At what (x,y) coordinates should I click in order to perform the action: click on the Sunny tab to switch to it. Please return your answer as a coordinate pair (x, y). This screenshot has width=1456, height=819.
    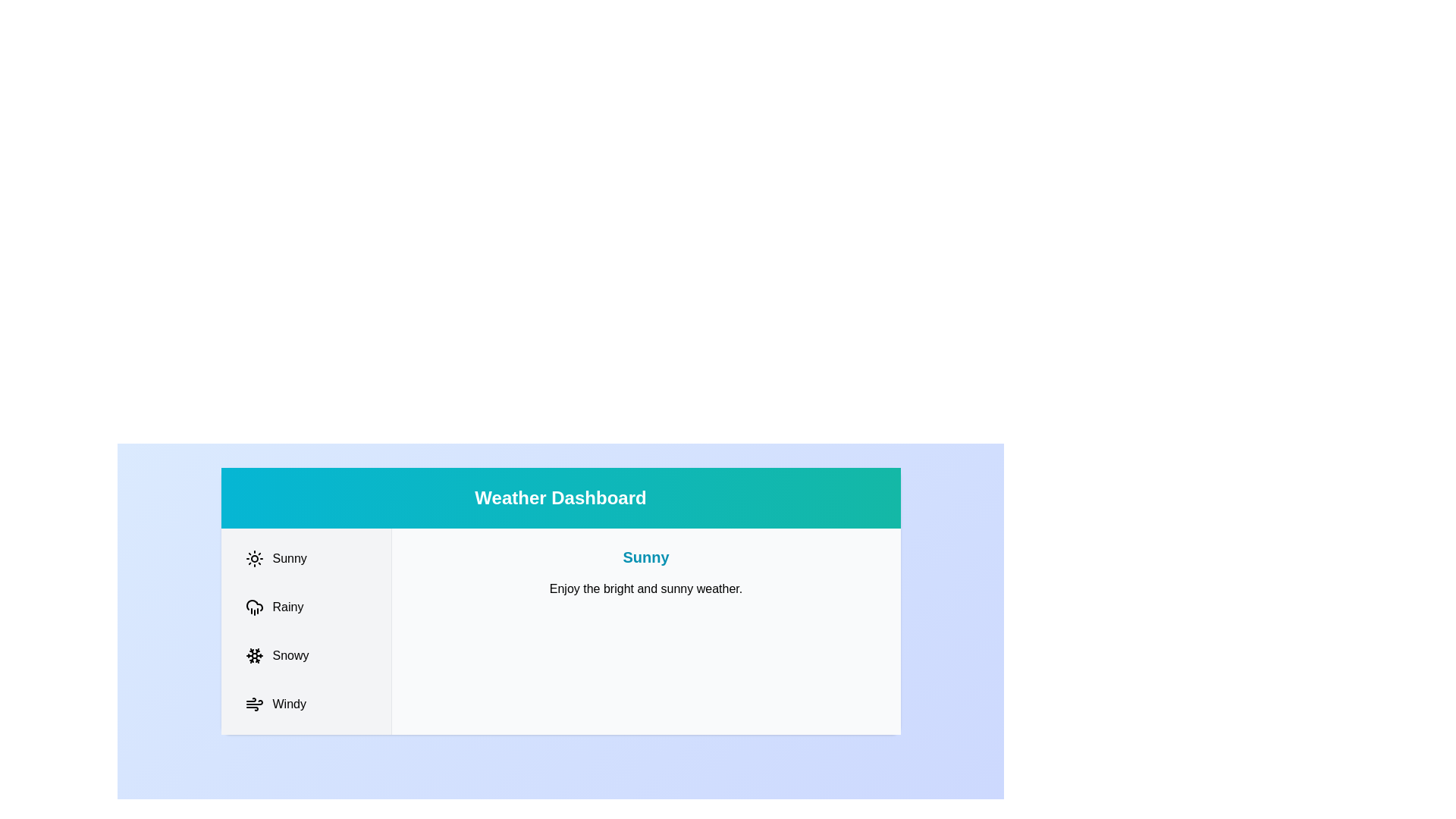
    Looking at the image, I should click on (305, 558).